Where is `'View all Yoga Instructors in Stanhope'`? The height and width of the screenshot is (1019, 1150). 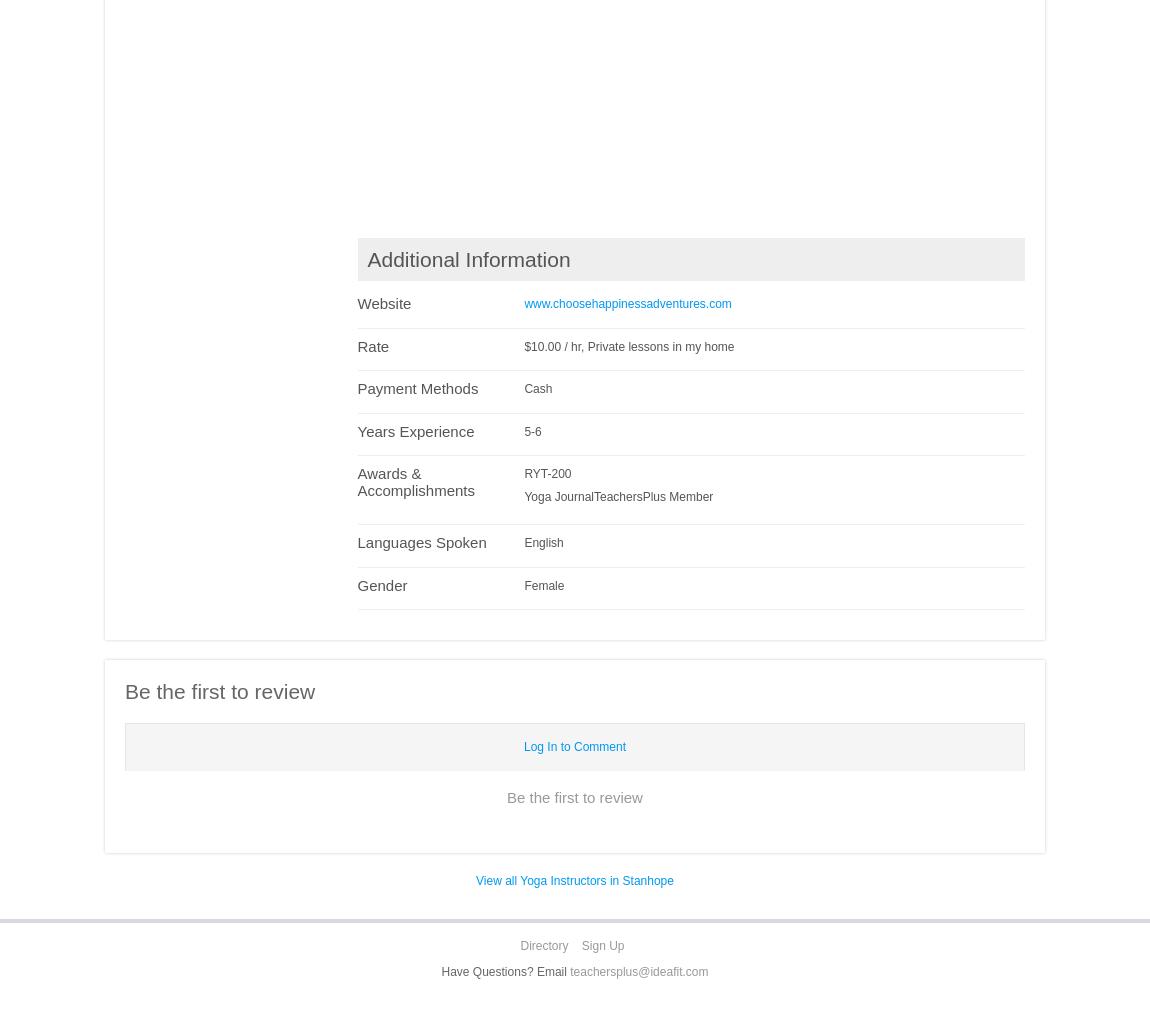
'View all Yoga Instructors in Stanhope' is located at coordinates (574, 881).